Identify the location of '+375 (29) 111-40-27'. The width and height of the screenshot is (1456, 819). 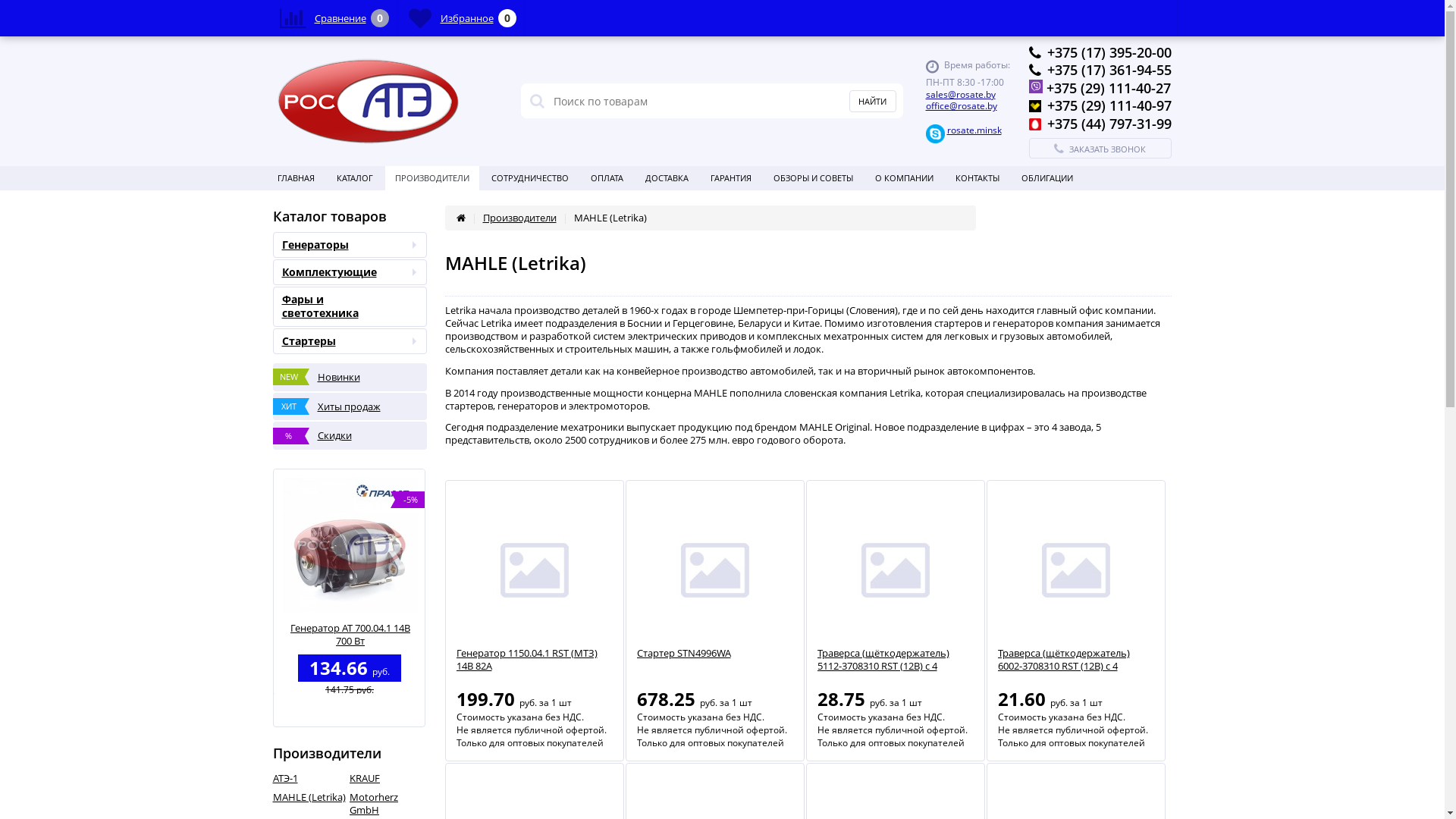
(1109, 87).